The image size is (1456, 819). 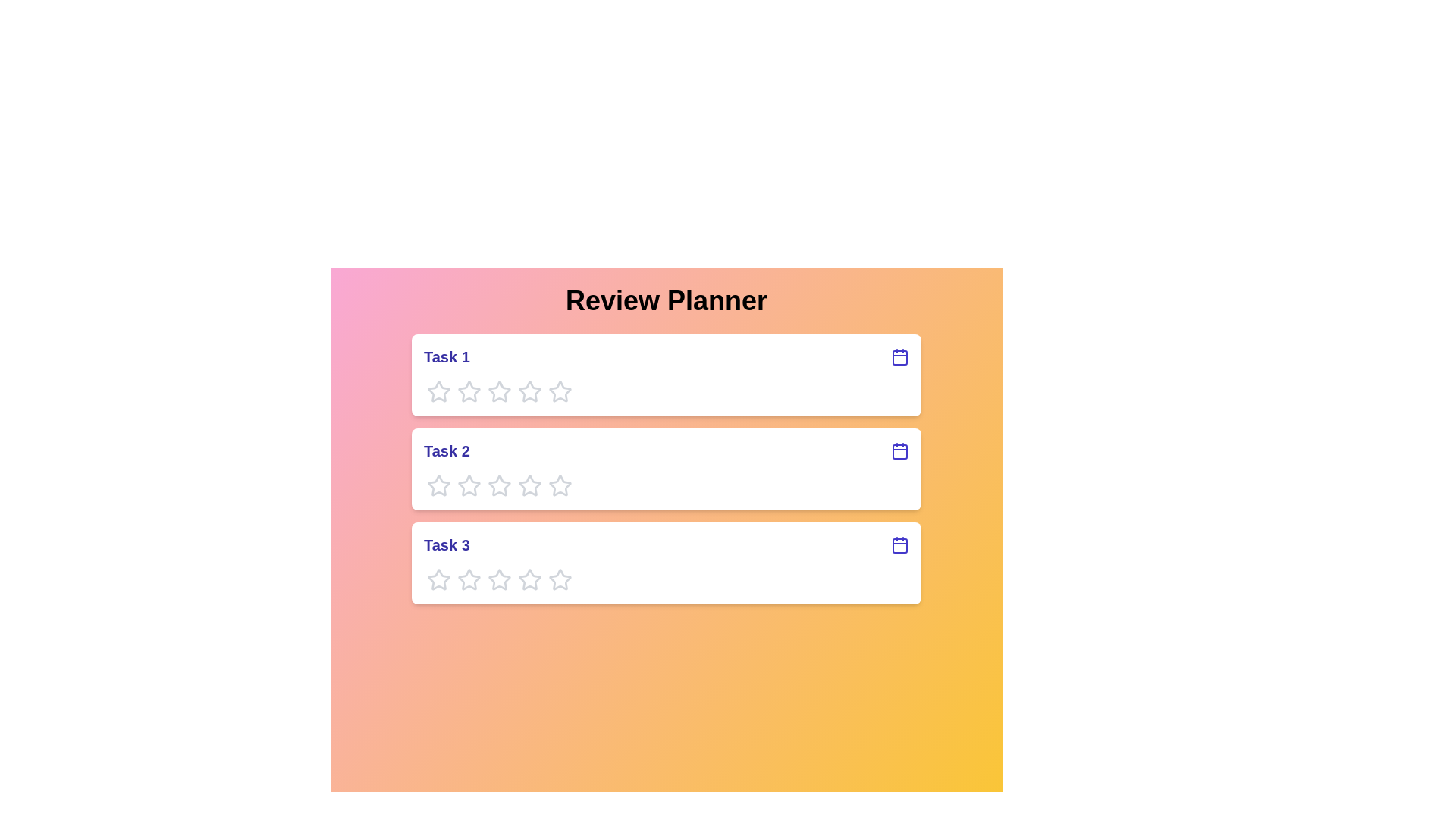 I want to click on the calendar icon for Task 3, so click(x=899, y=544).